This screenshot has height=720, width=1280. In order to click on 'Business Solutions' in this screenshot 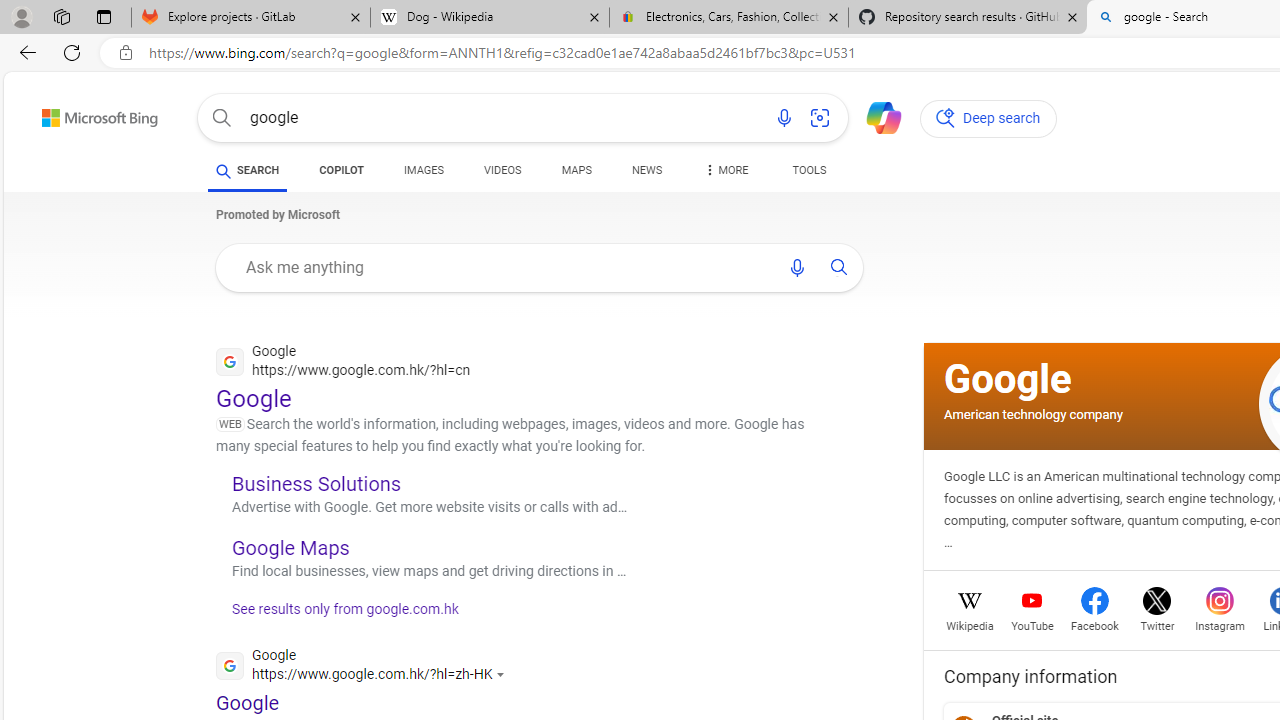, I will do `click(315, 483)`.